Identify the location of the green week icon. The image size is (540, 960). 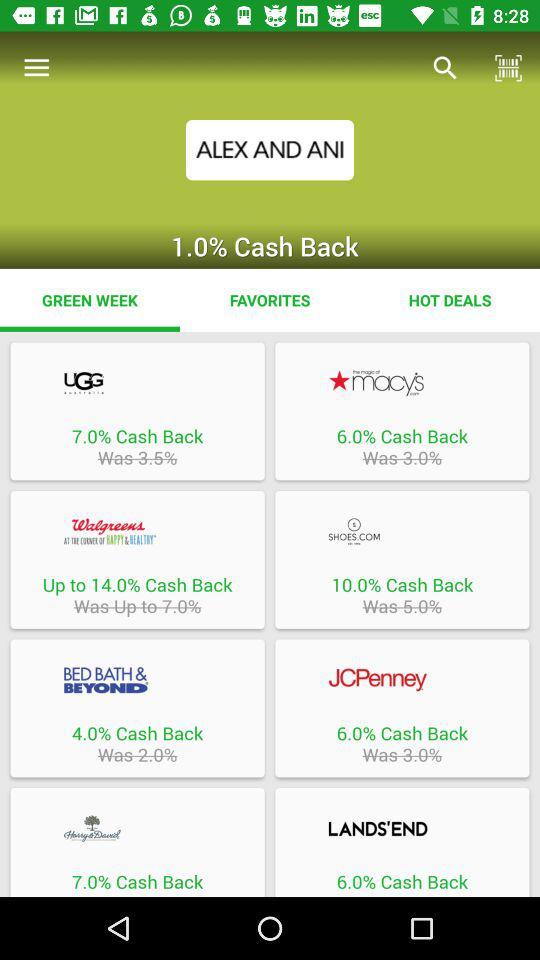
(89, 299).